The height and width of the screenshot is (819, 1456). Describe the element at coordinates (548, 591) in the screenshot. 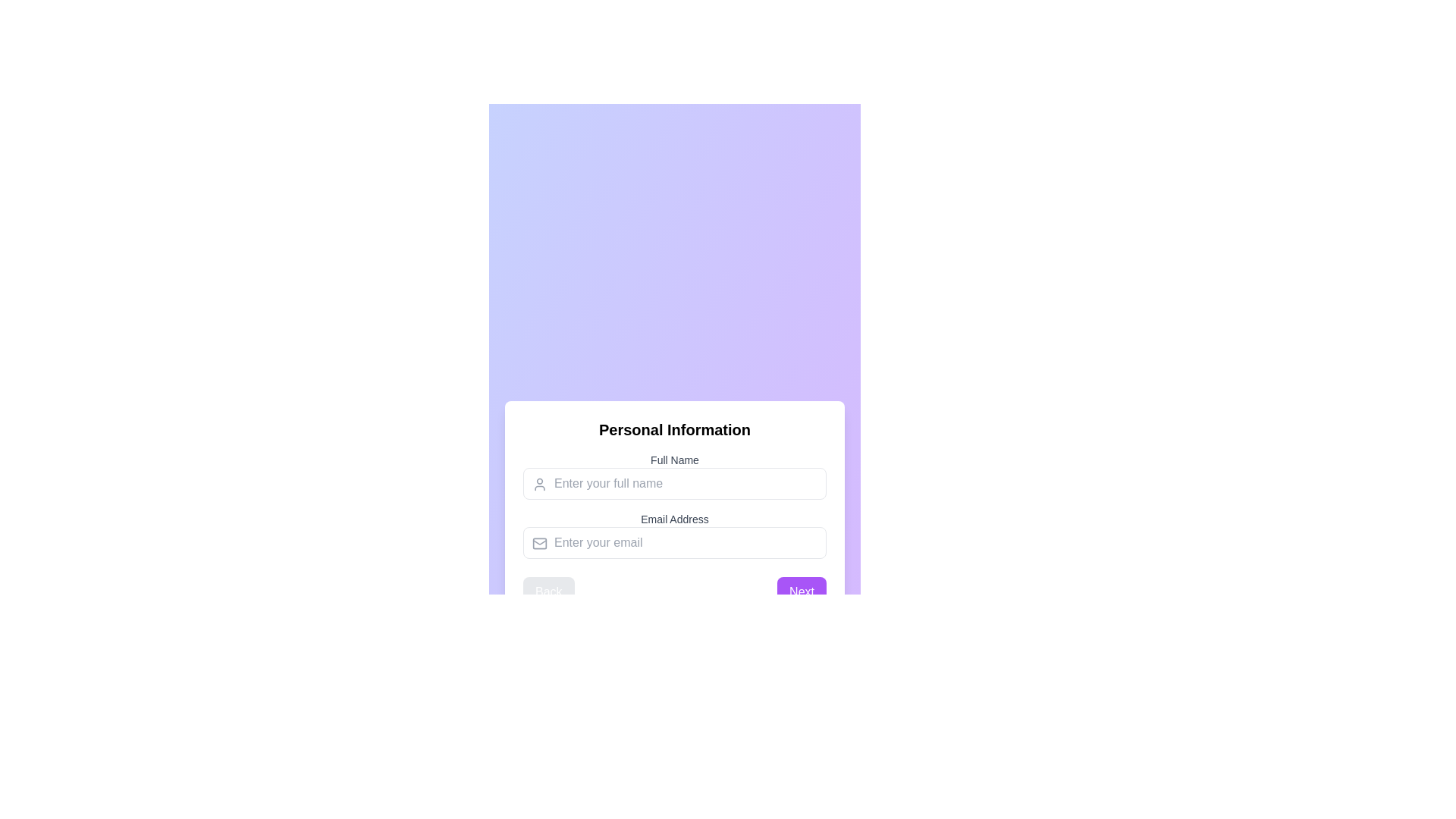

I see `the 'Back' button, which is a light gray rectangular button with rounded corners located near the bottom-left corner of the form section` at that location.